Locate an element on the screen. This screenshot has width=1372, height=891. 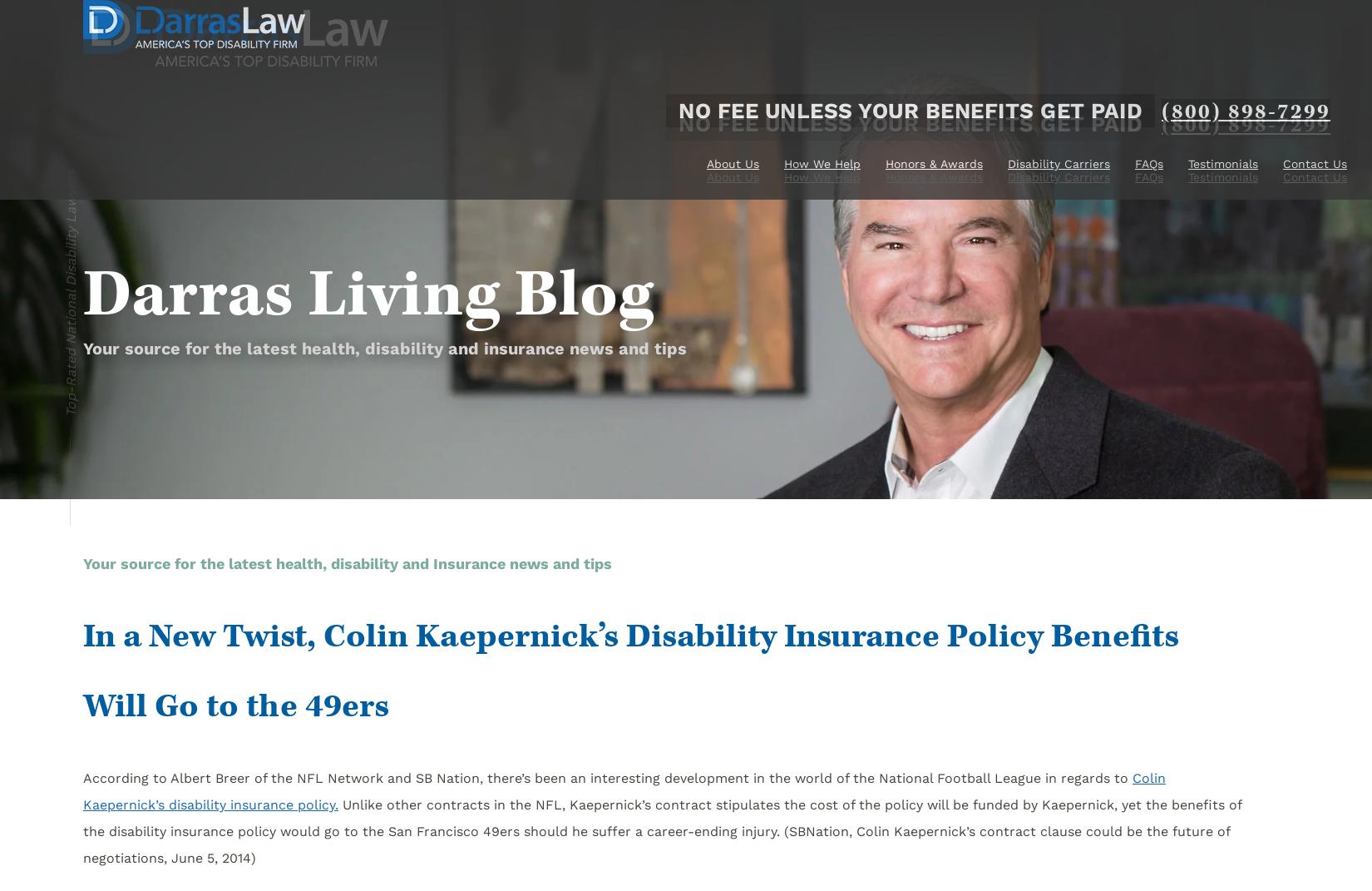
'Unlike other contracts in the NFL, Kaepernick’s contract stipulates the cost of the policy will be funded by Kaepernick, yet the benefits of the disability insurance policy would go to the San Francisco 49ers should he suffer a career-ending injury. (SBNation, Colin Kaepernick’s contract clause could be the future of negotiations, June 5, 2014)' is located at coordinates (661, 831).